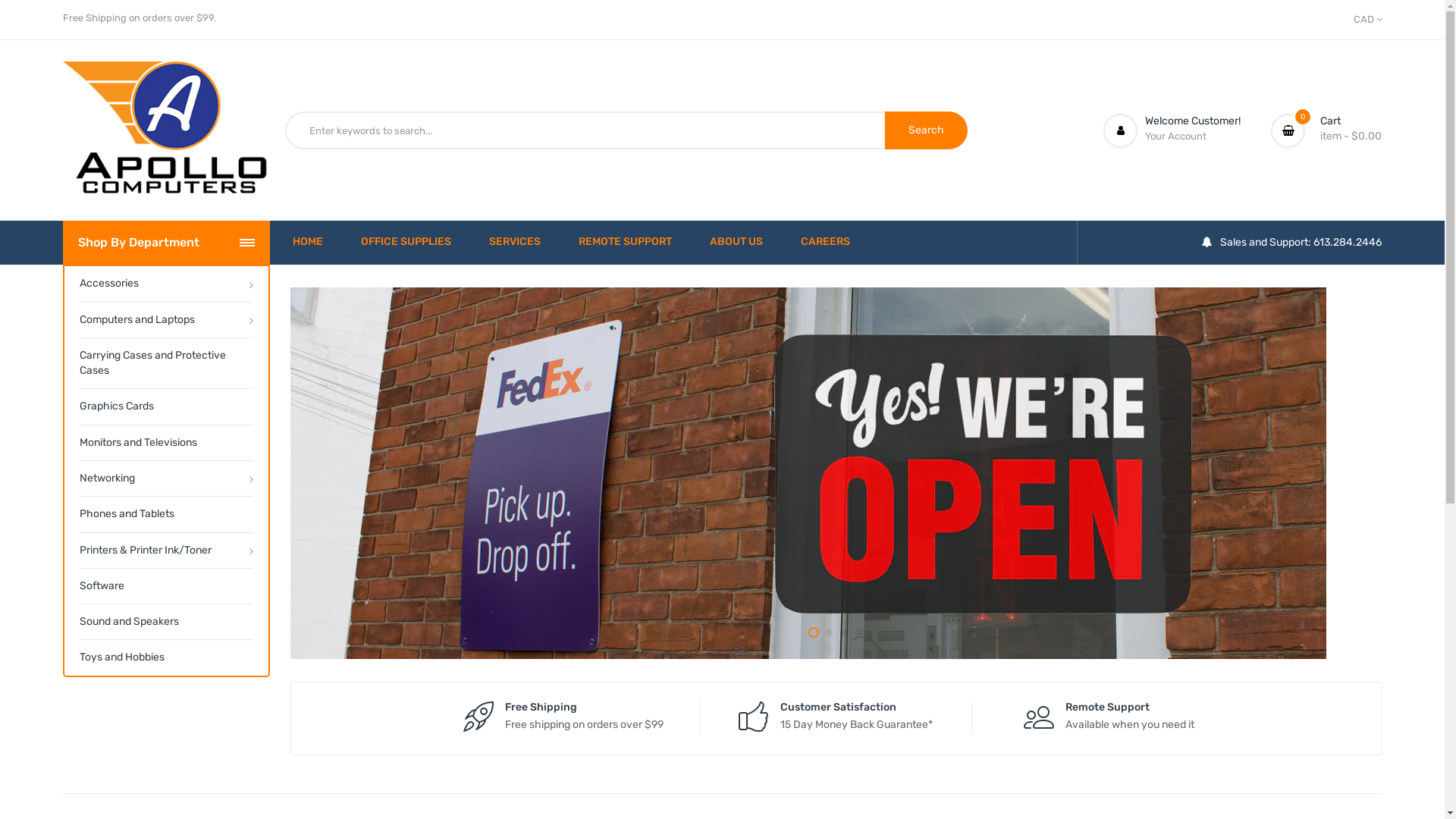 The width and height of the screenshot is (1456, 819). Describe the element at coordinates (165, 513) in the screenshot. I see `'Phones and Tablets'` at that location.